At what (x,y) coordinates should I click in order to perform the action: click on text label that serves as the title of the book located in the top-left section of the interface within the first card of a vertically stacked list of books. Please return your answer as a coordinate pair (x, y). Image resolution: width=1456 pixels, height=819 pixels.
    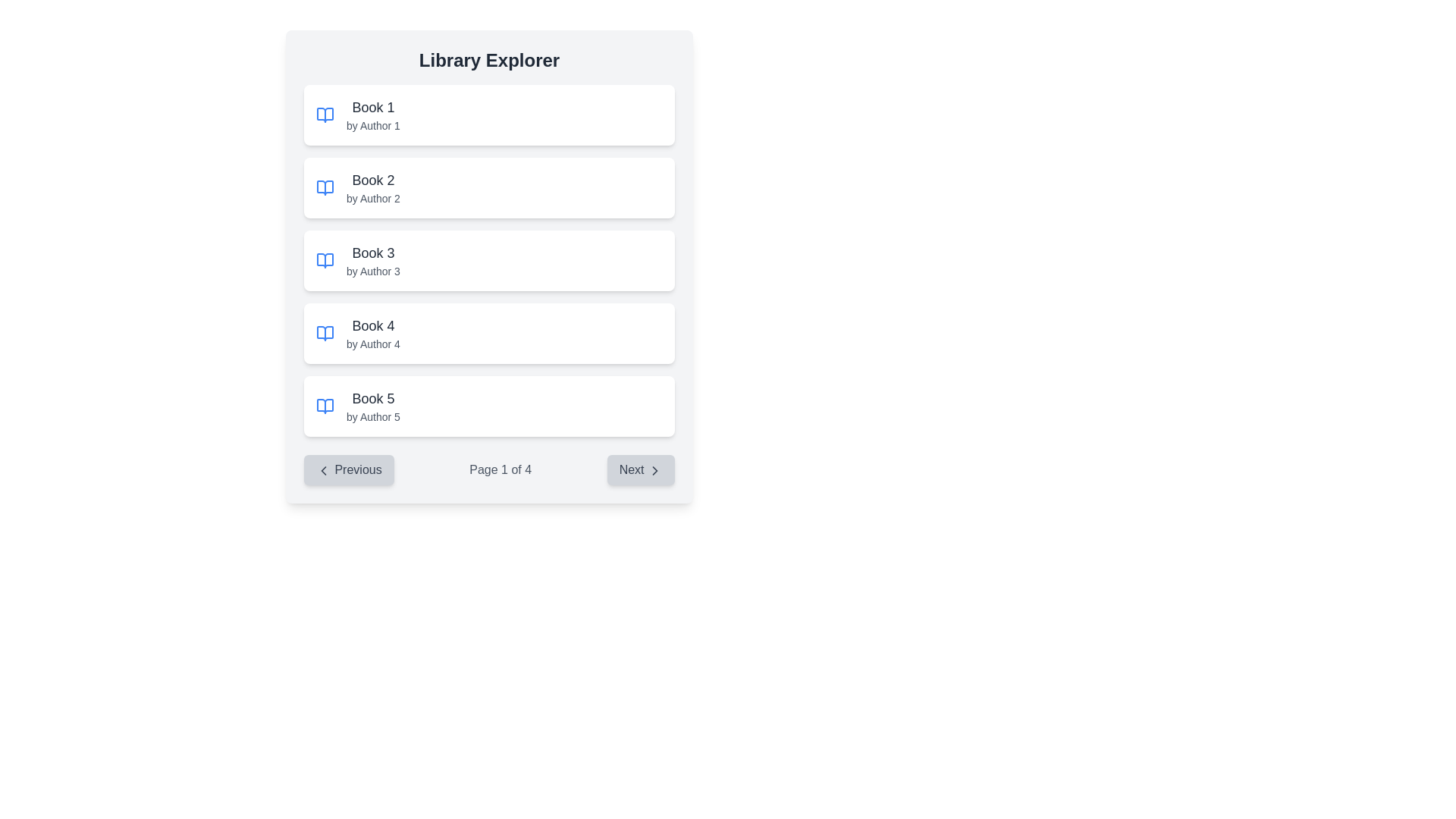
    Looking at the image, I should click on (373, 107).